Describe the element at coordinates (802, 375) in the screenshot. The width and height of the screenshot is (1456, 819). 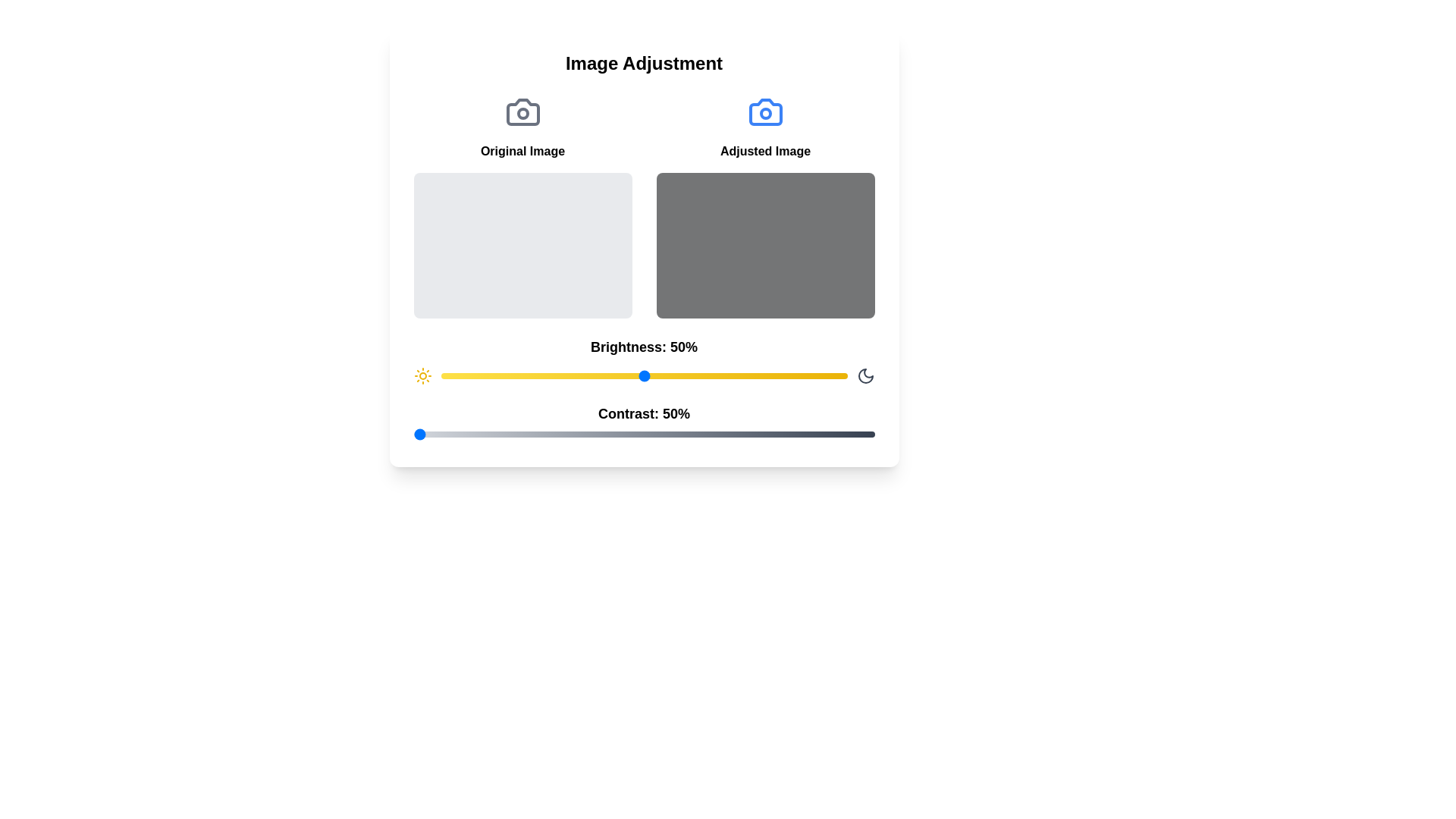
I see `the brightness` at that location.